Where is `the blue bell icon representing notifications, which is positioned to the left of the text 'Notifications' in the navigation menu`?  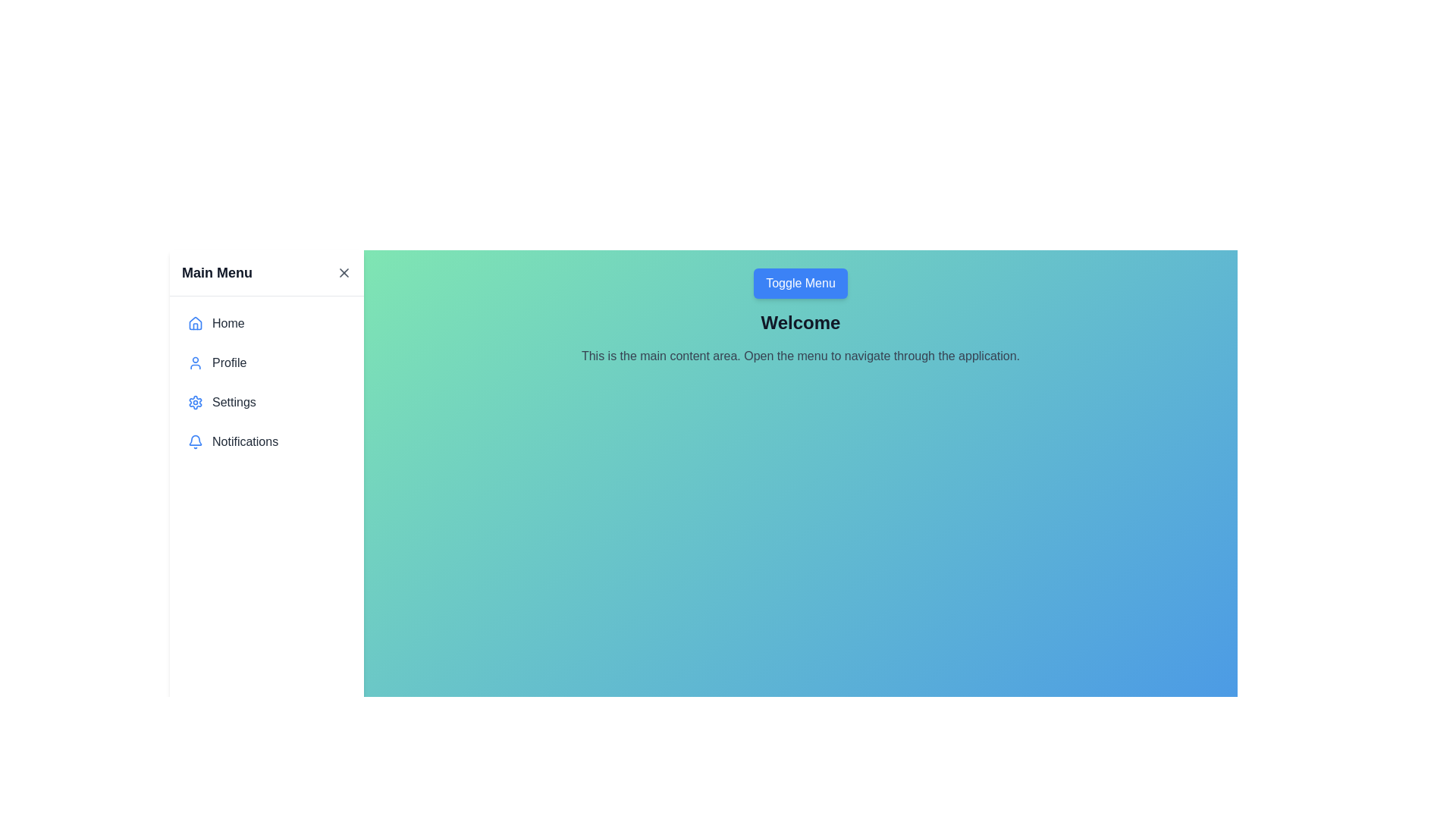 the blue bell icon representing notifications, which is positioned to the left of the text 'Notifications' in the navigation menu is located at coordinates (195, 441).